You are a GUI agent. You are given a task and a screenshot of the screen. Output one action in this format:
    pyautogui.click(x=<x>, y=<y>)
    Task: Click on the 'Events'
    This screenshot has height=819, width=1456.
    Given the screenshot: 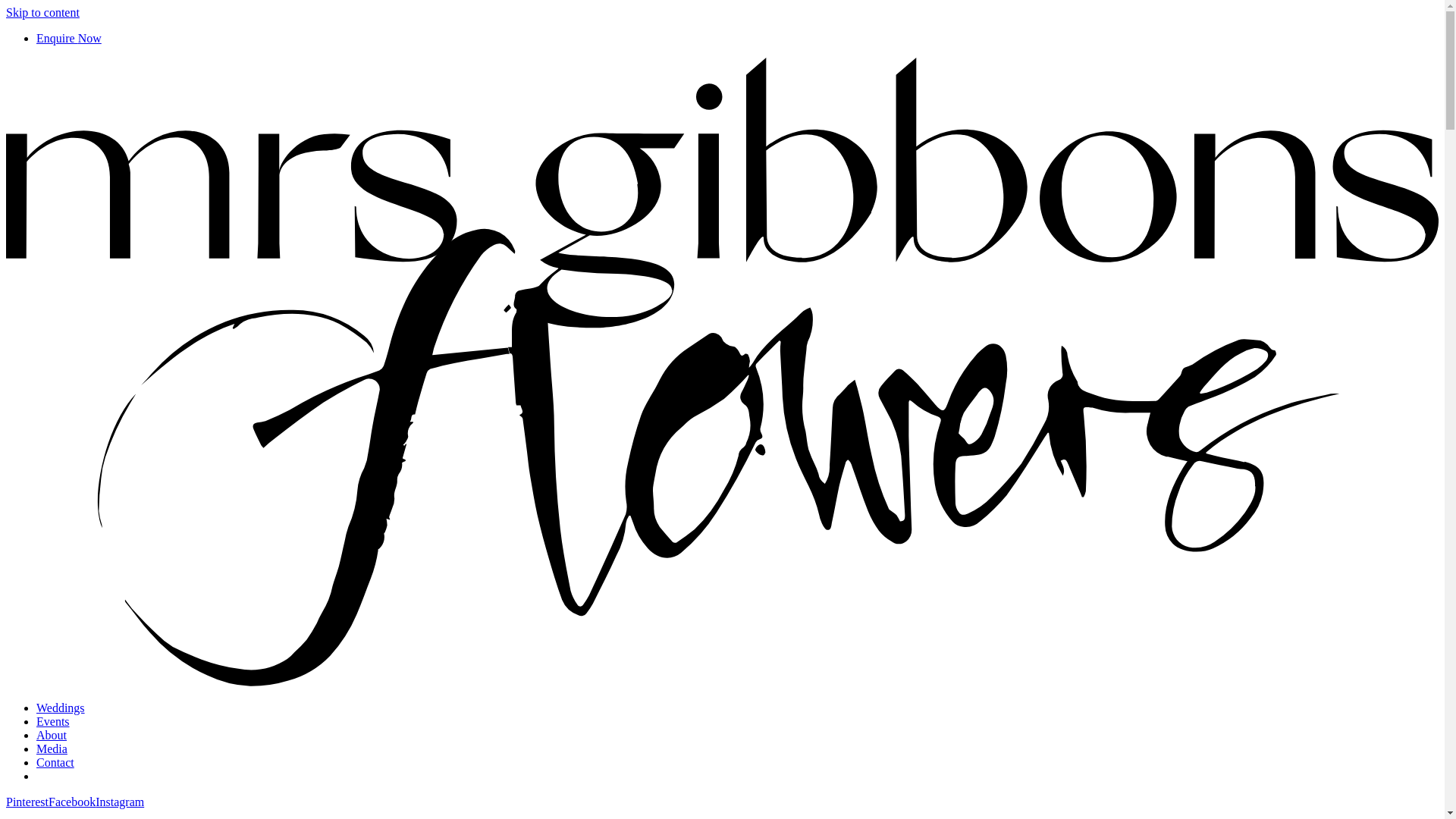 What is the action you would take?
    pyautogui.click(x=53, y=720)
    